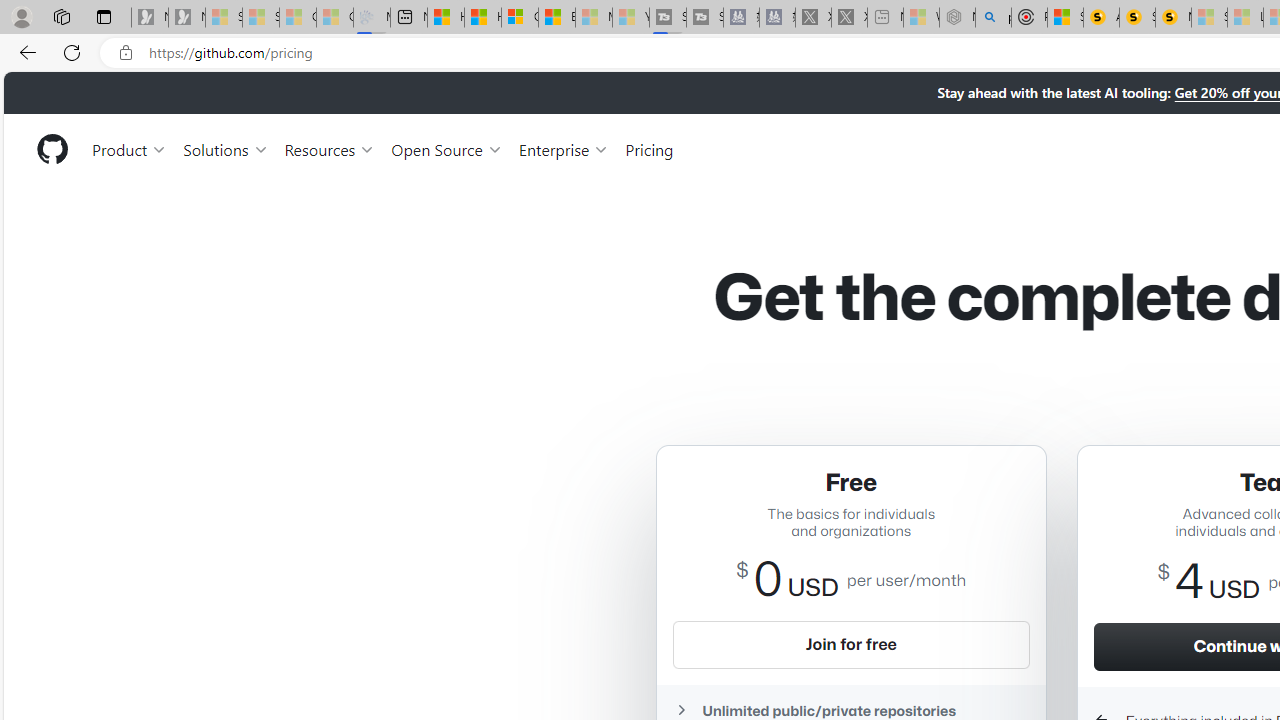  Describe the element at coordinates (562, 148) in the screenshot. I see `'Enterprise'` at that location.